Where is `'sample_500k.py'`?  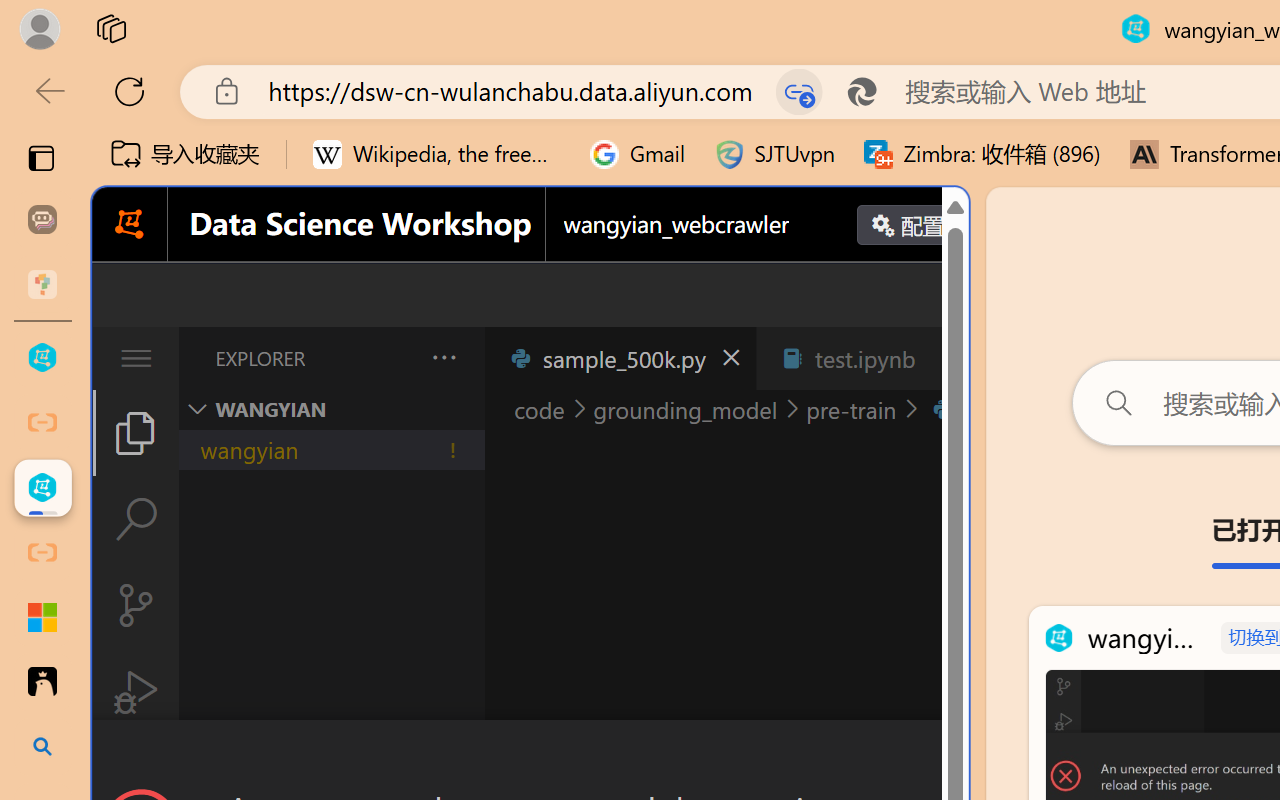 'sample_500k.py' is located at coordinates (619, 358).